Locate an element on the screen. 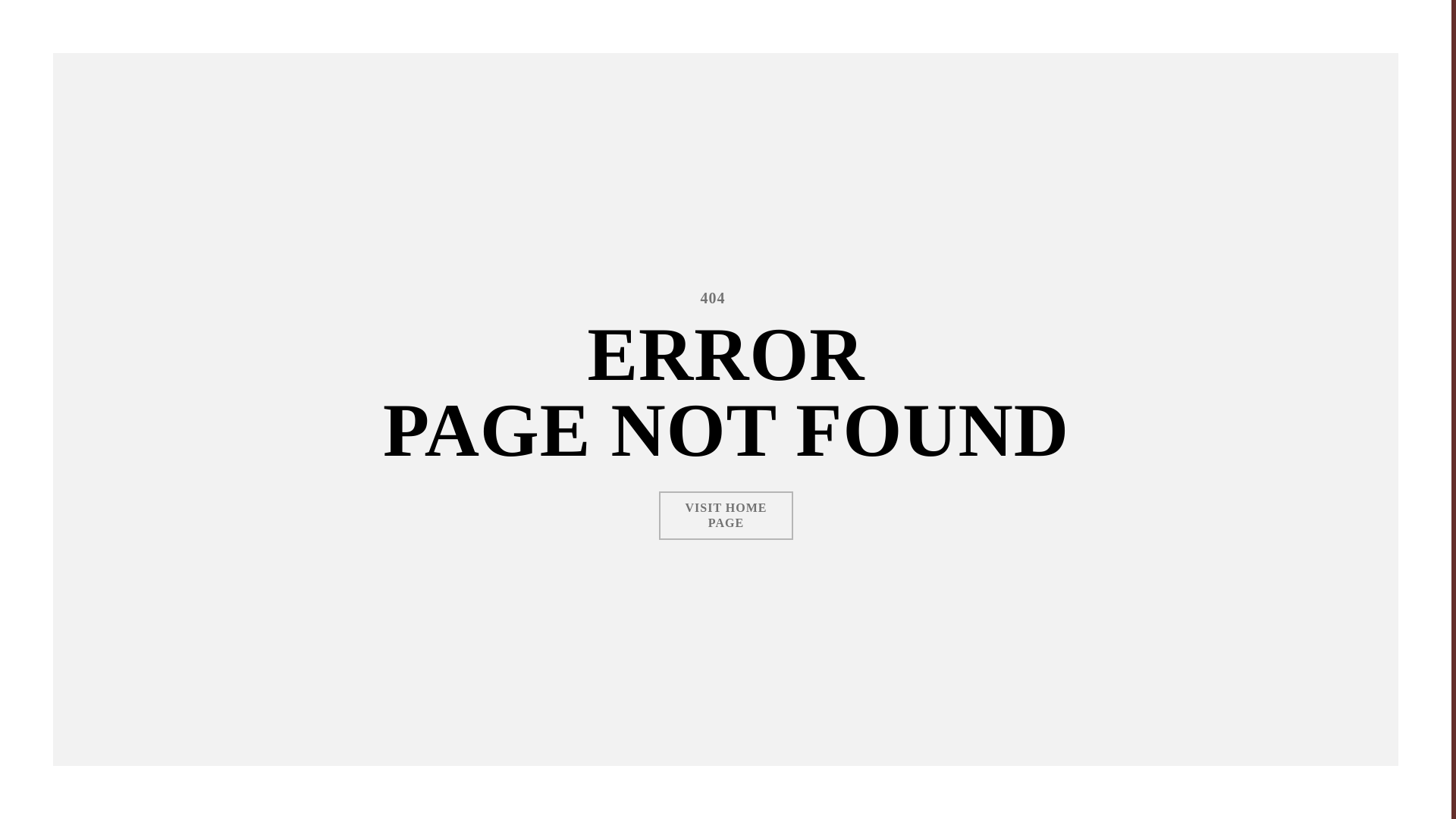 The width and height of the screenshot is (1456, 819). 'VISIT HOME PAGE' is located at coordinates (726, 514).